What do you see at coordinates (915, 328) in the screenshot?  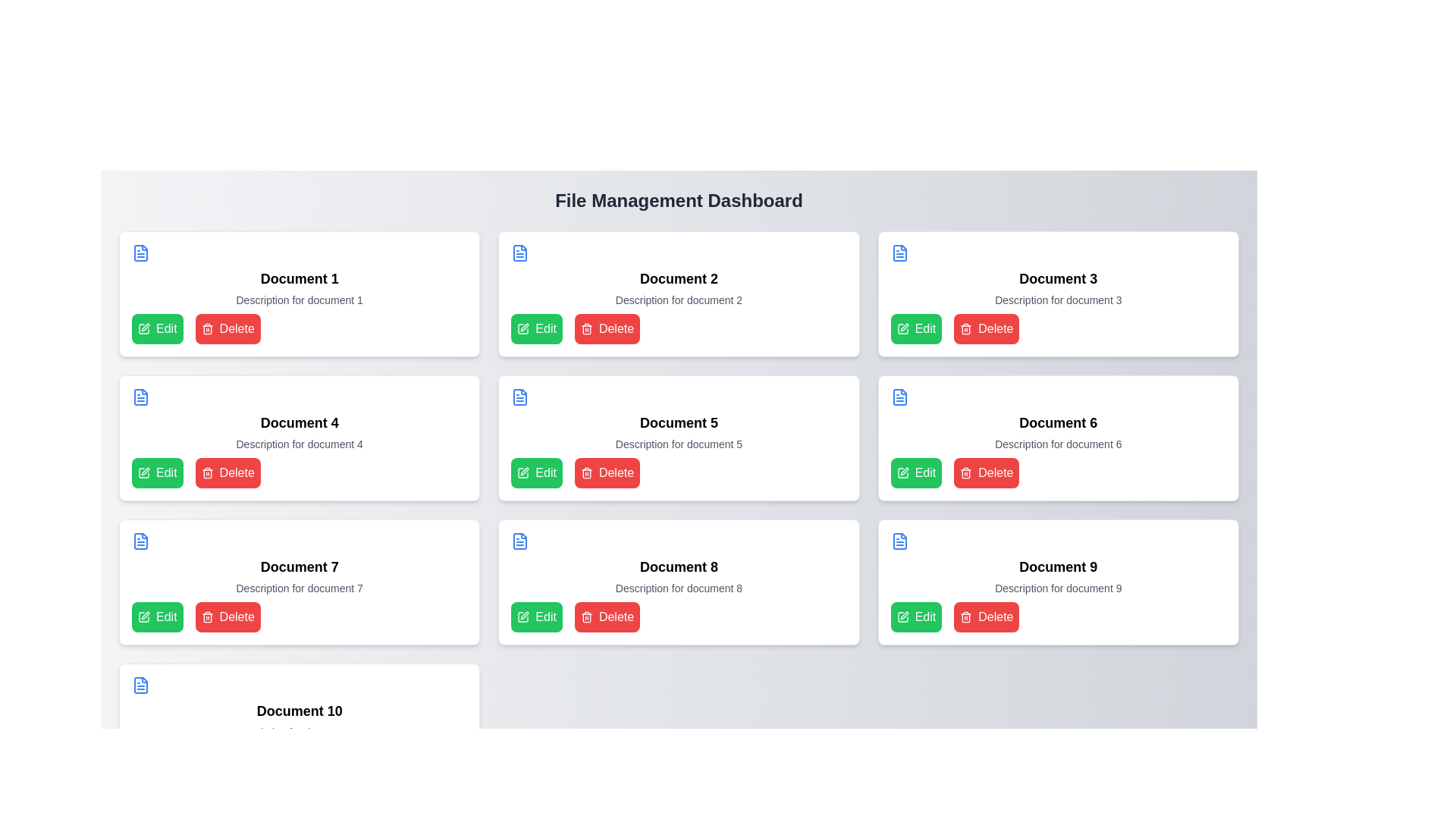 I see `the first button in the bottom-left corner of the card for 'Document 3' to initiate the edit functionality` at bounding box center [915, 328].